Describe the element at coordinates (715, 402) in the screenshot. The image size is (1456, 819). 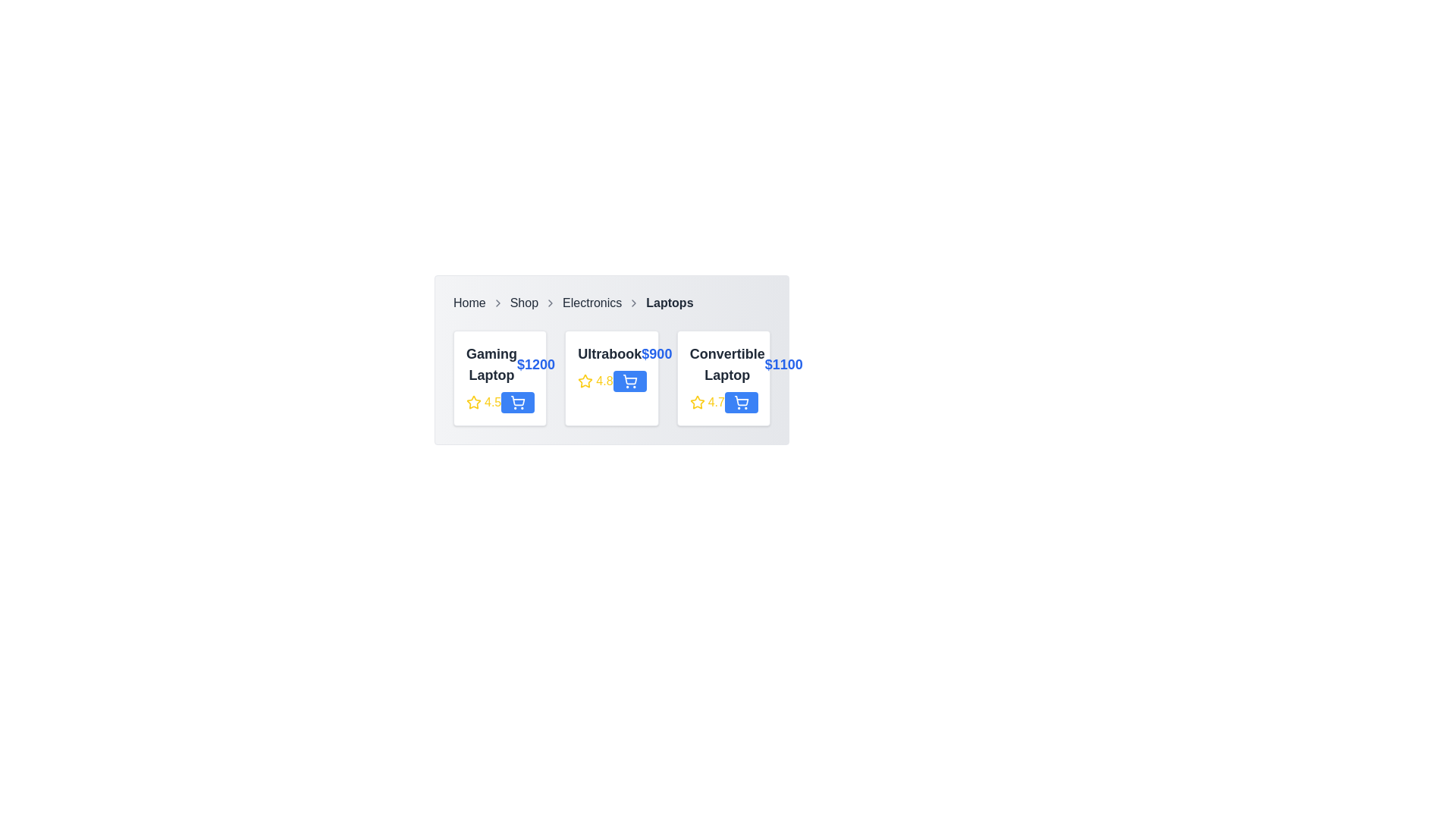
I see `the Rating Indicator displaying a numerical rating of 4.7 for the Convertible Laptop, which is located to the right of the yellow star icon` at that location.